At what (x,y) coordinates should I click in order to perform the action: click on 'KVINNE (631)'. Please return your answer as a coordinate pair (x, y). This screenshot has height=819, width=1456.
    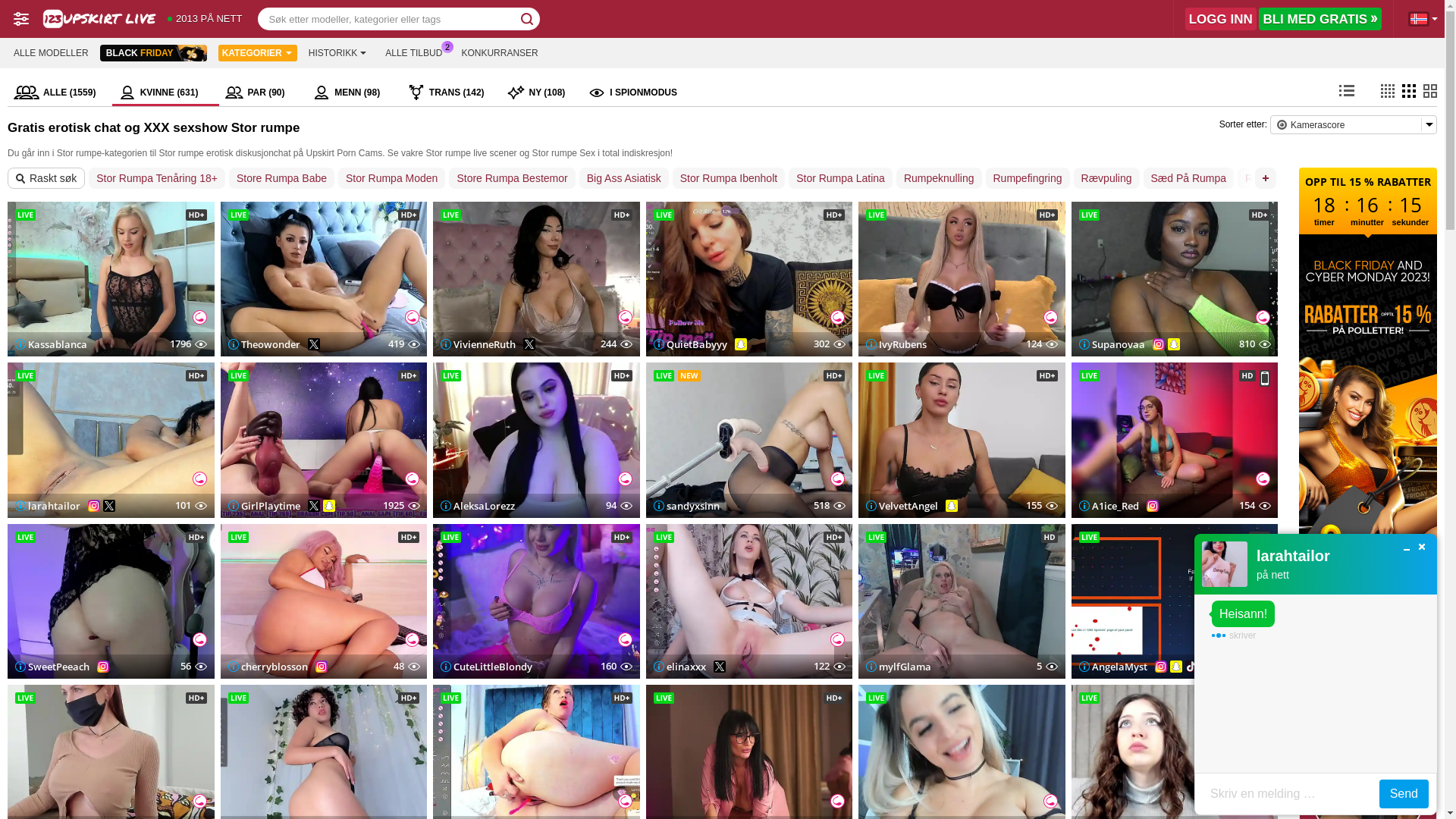
    Looking at the image, I should click on (166, 93).